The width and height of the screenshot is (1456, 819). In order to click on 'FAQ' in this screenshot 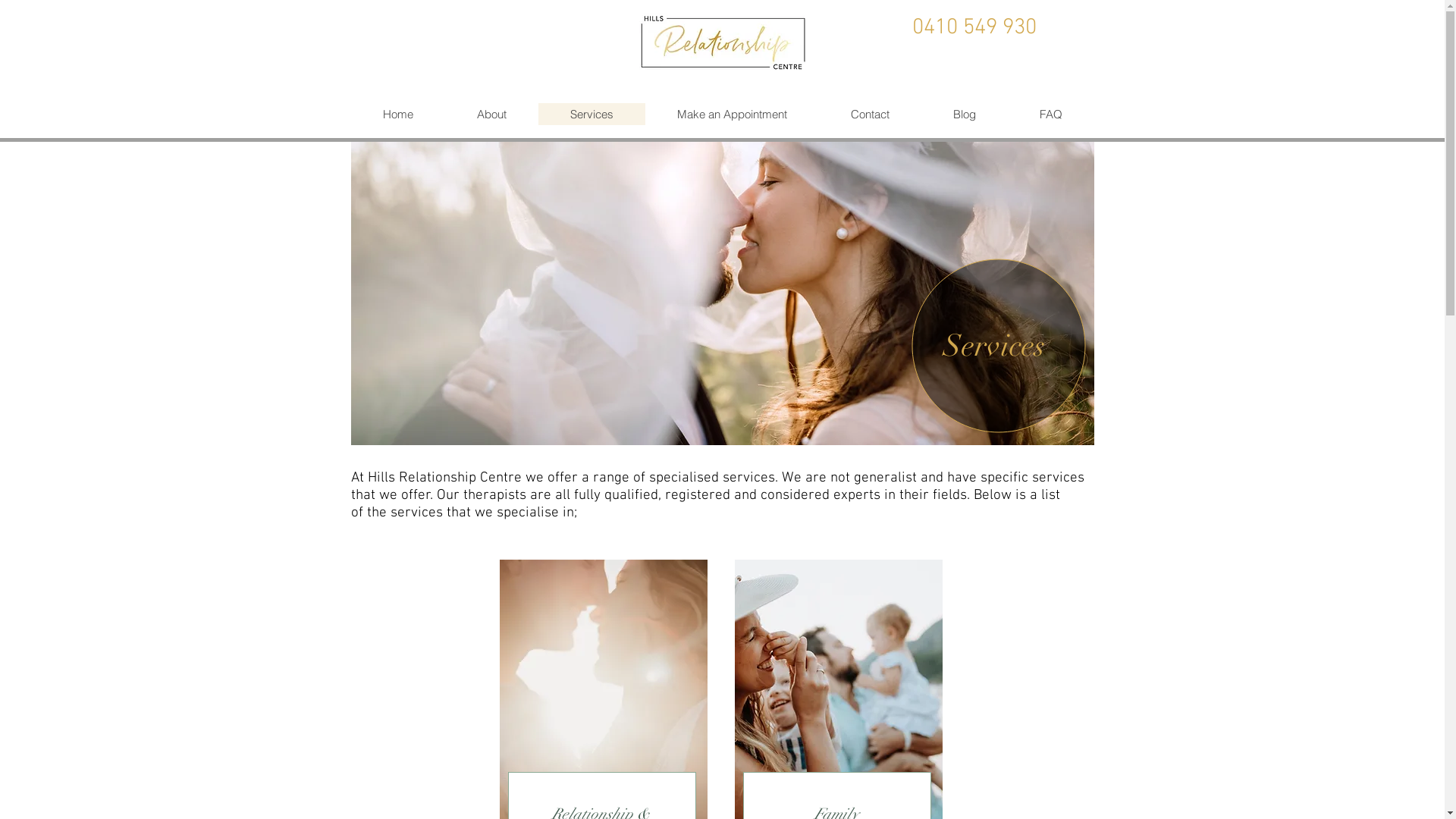, I will do `click(1007, 113)`.